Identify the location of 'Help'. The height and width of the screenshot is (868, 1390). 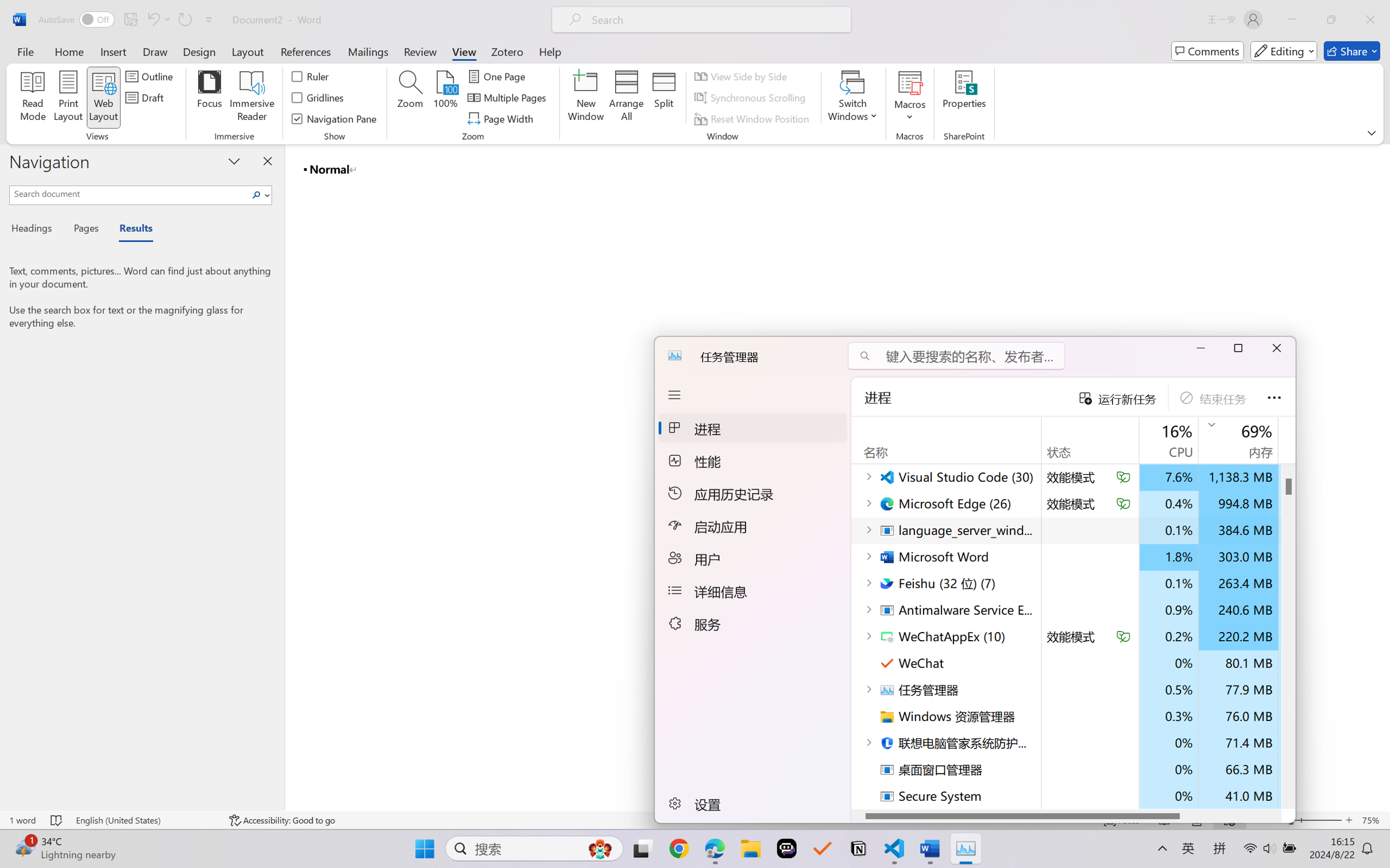
(549, 51).